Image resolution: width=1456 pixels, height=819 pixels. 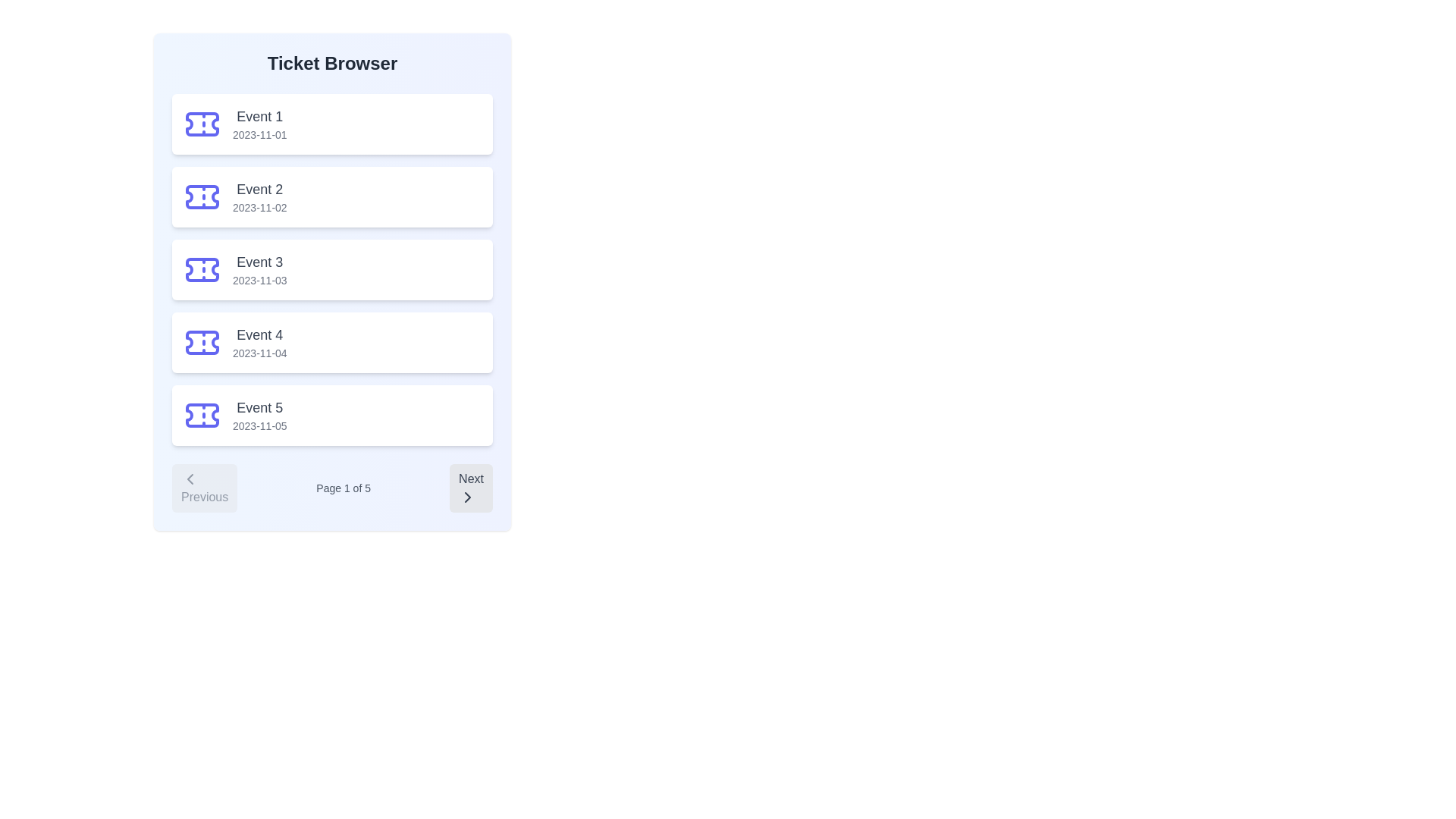 I want to click on the static text displaying 'Page 1 of 5', which is centrally located between the 'Previous' and 'Next' buttons at the bottom center of the interface, so click(x=343, y=488).